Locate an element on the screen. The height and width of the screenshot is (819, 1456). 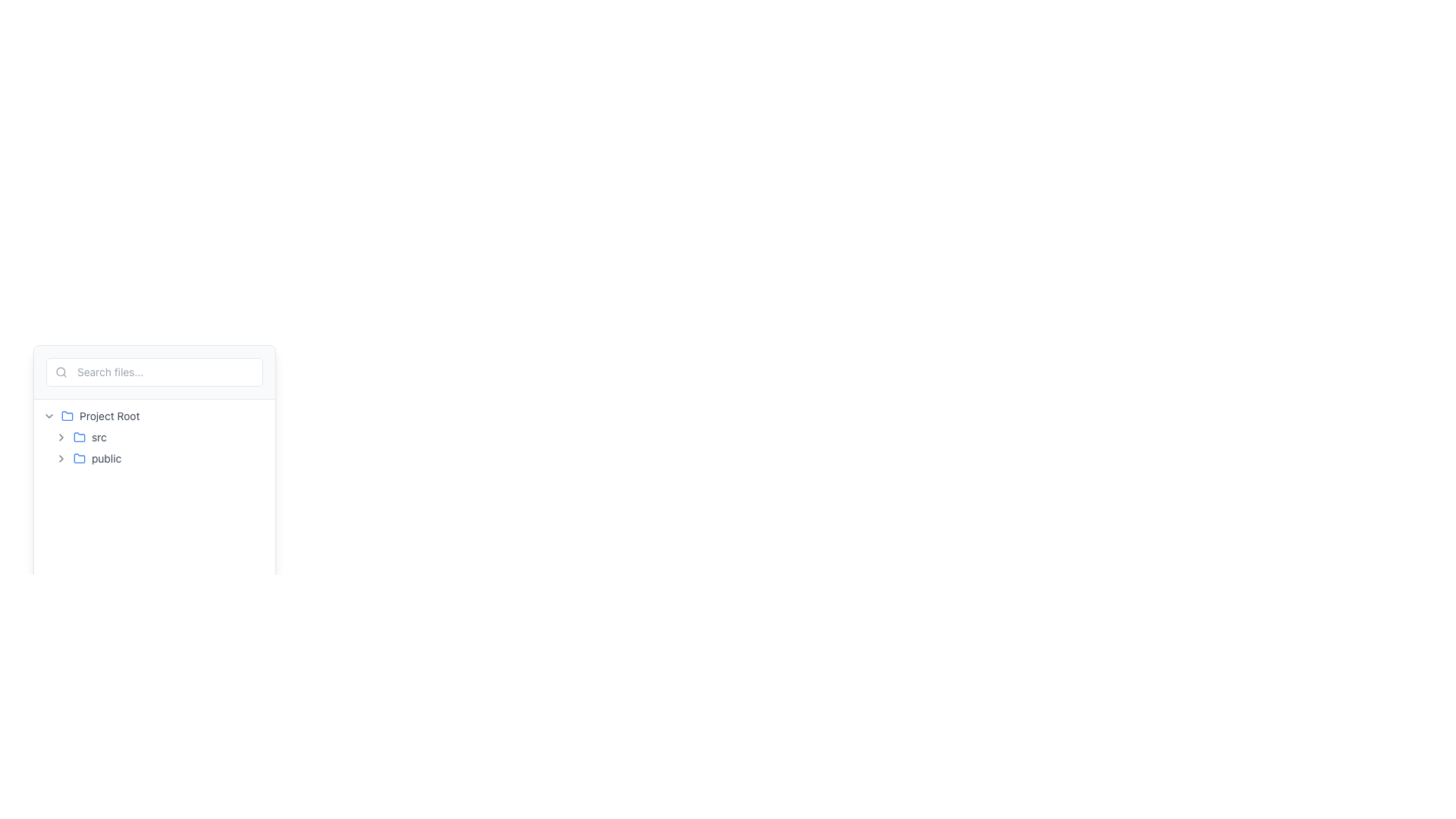
the root directory tree node to possibly view a tooltip is located at coordinates (90, 416).